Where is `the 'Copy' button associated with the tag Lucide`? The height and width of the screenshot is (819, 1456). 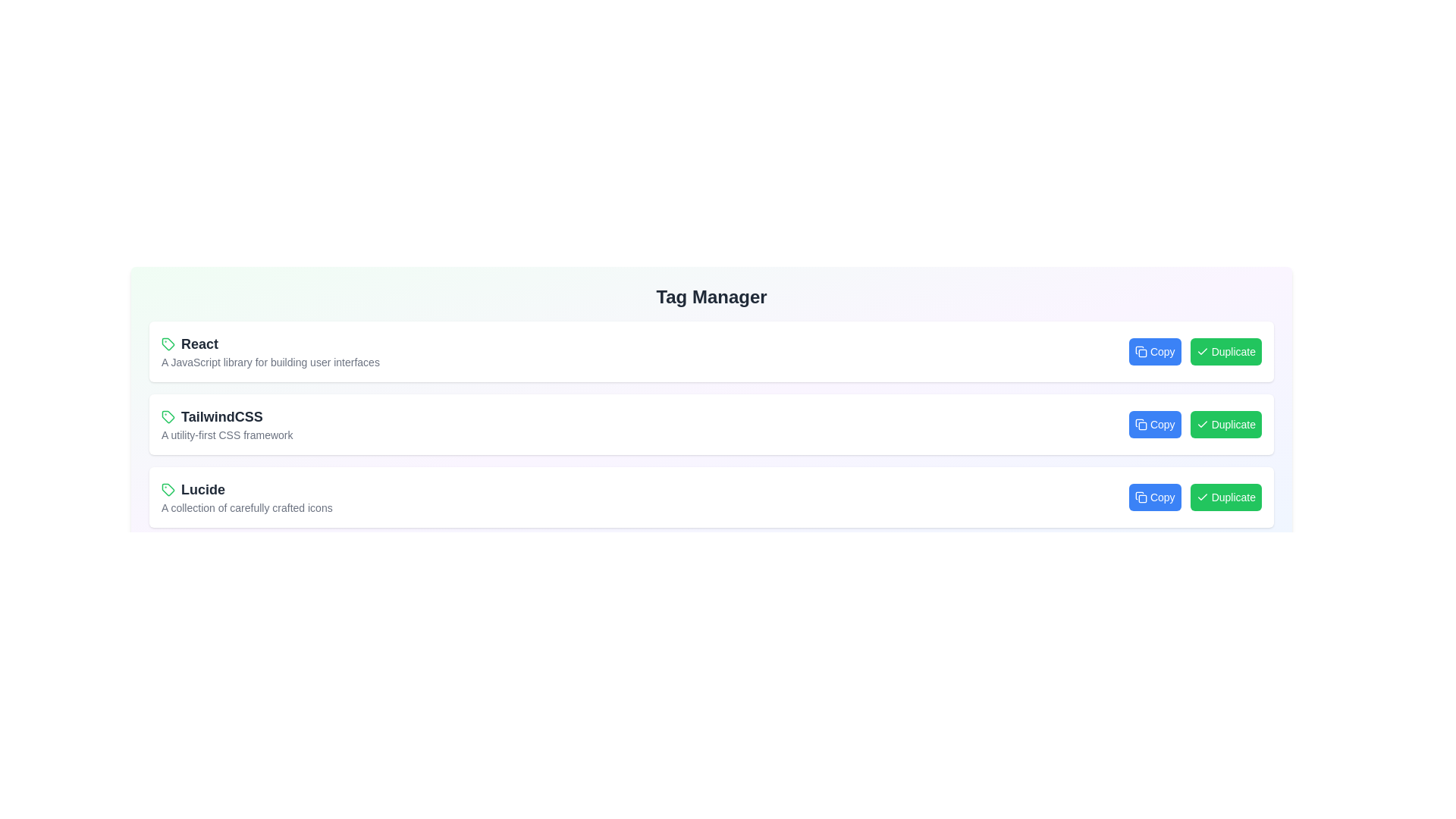
the 'Copy' button associated with the tag Lucide is located at coordinates (1154, 497).